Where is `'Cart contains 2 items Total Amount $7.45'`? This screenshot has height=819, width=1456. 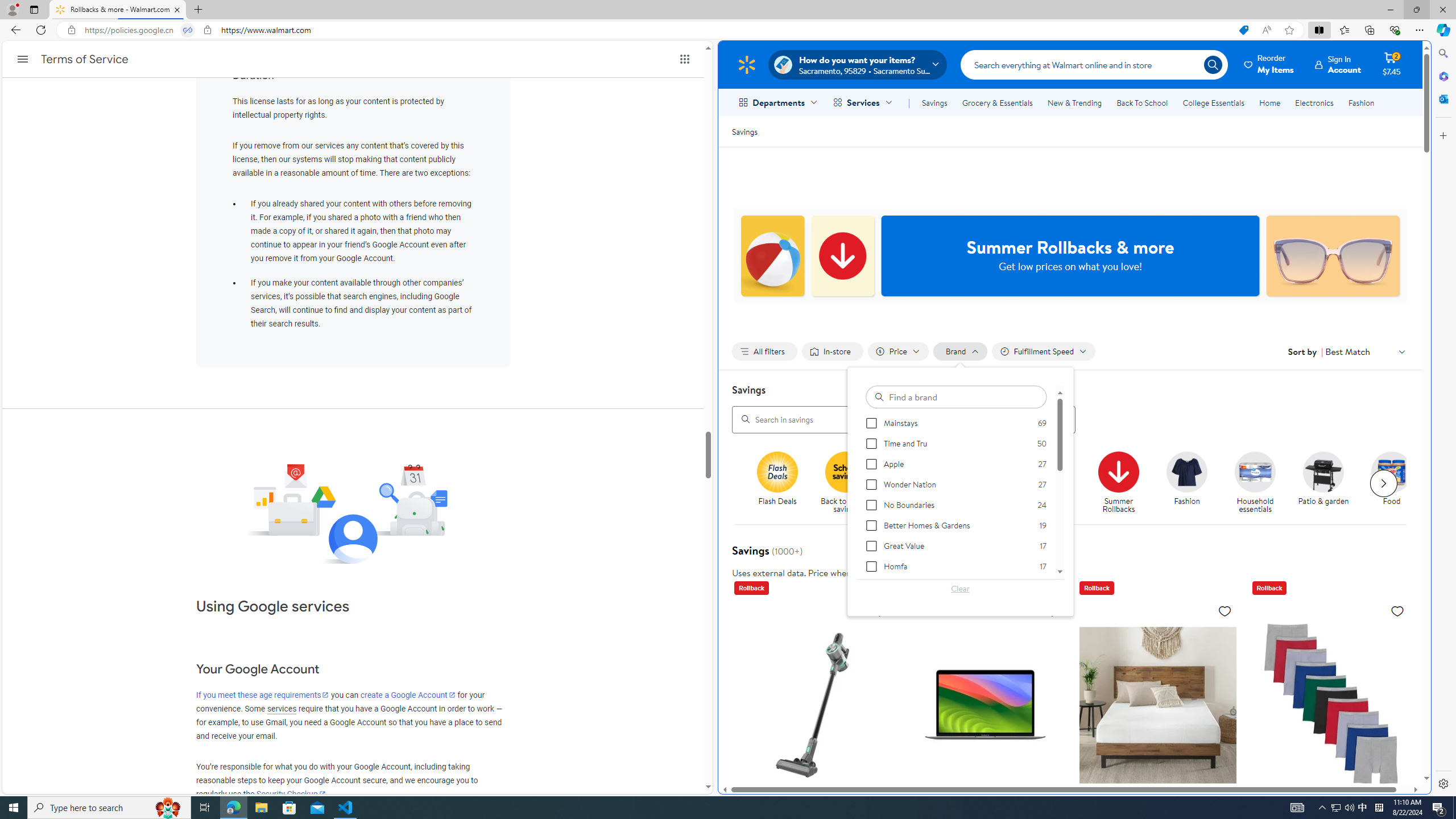 'Cart contains 2 items Total Amount $7.45' is located at coordinates (1391, 64).